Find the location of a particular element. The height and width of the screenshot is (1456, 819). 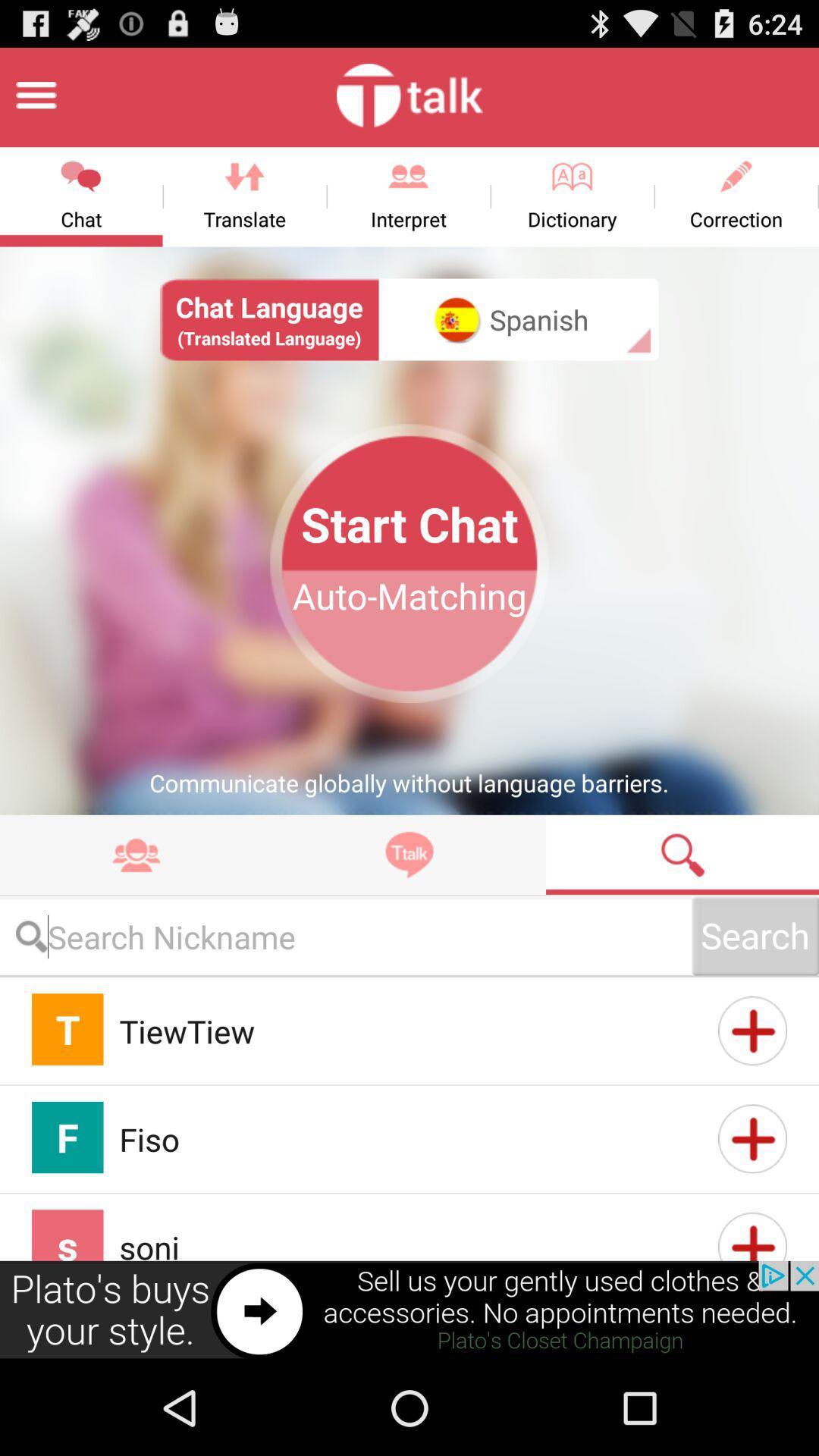

the menu icon is located at coordinates (35, 101).